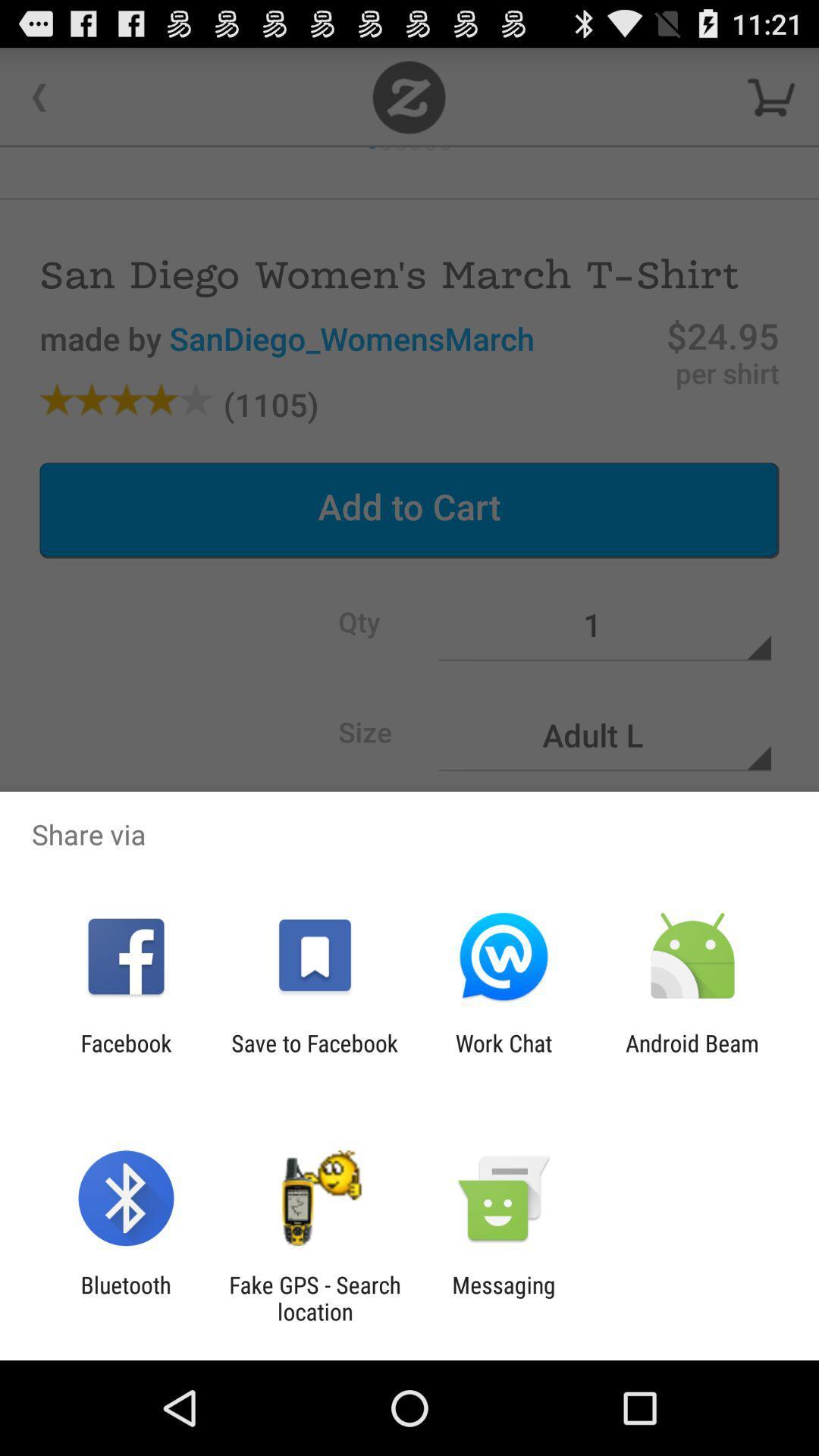 Image resolution: width=819 pixels, height=1456 pixels. I want to click on item next to the fake gps search icon, so click(504, 1298).